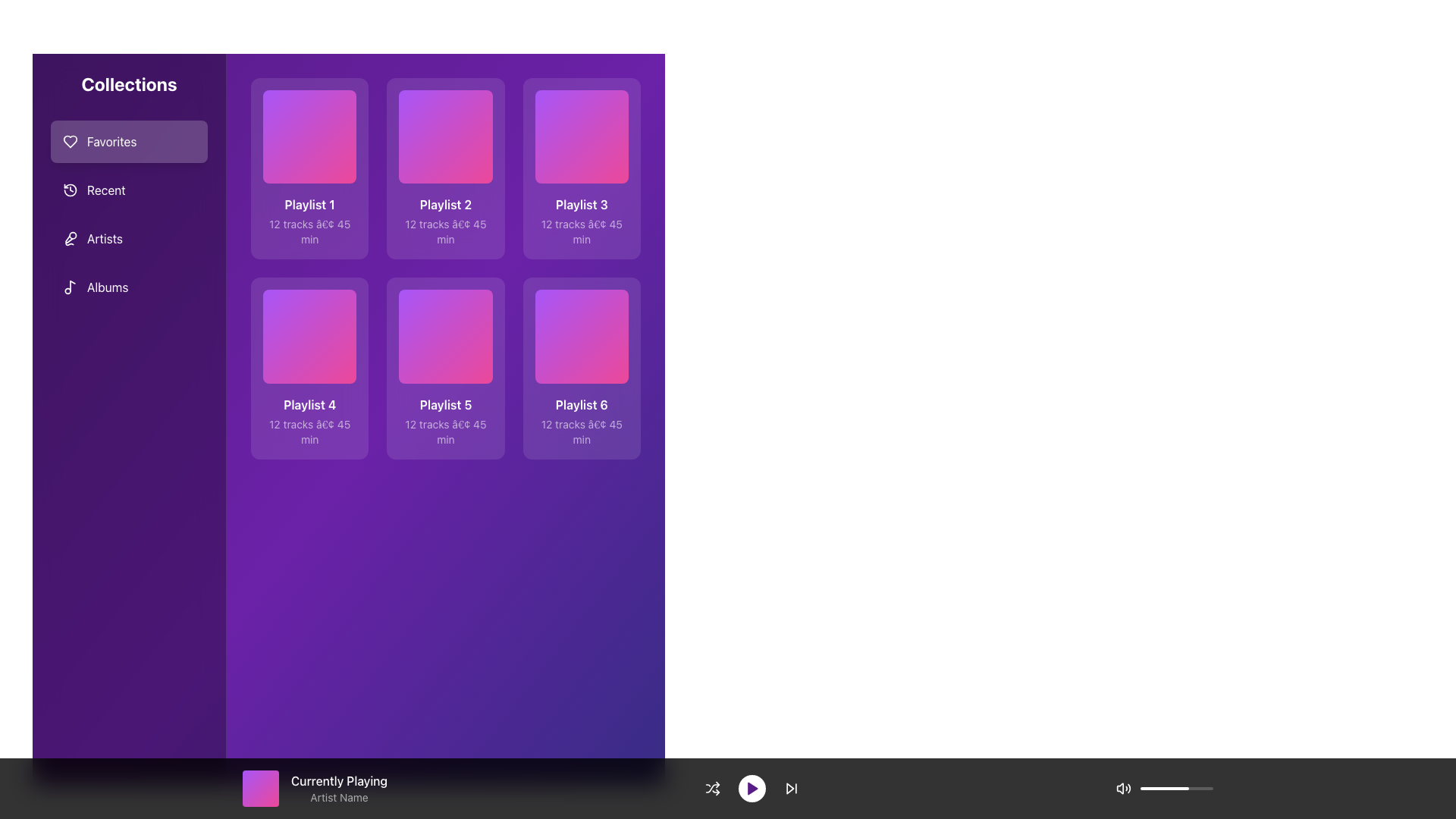  Describe the element at coordinates (444, 403) in the screenshot. I see `text label displaying 'Playlist 5', which is the third text label in the second row of a grid layout, located centrally within its playlist card` at that location.